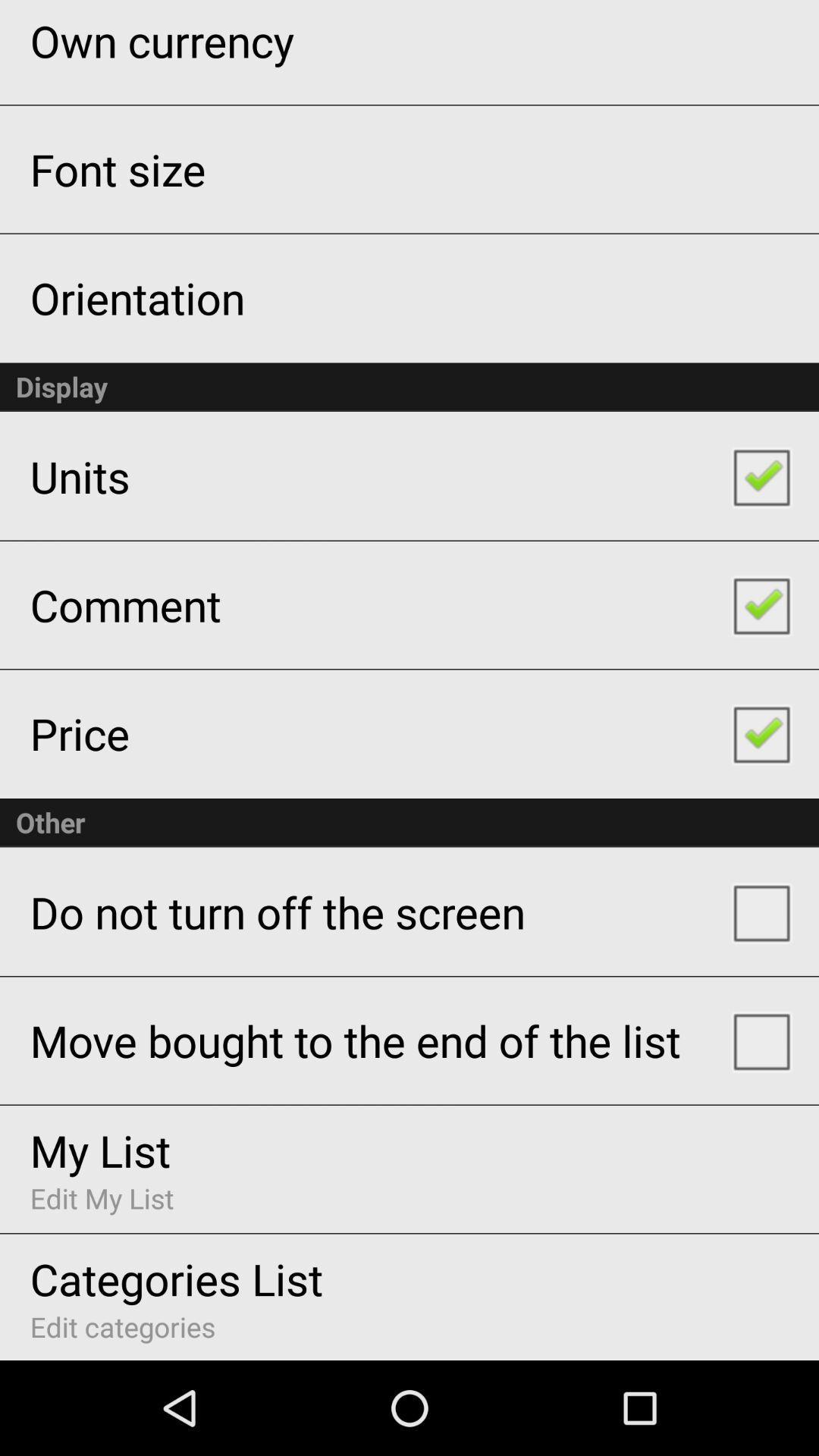  Describe the element at coordinates (80, 733) in the screenshot. I see `the icon below comment` at that location.